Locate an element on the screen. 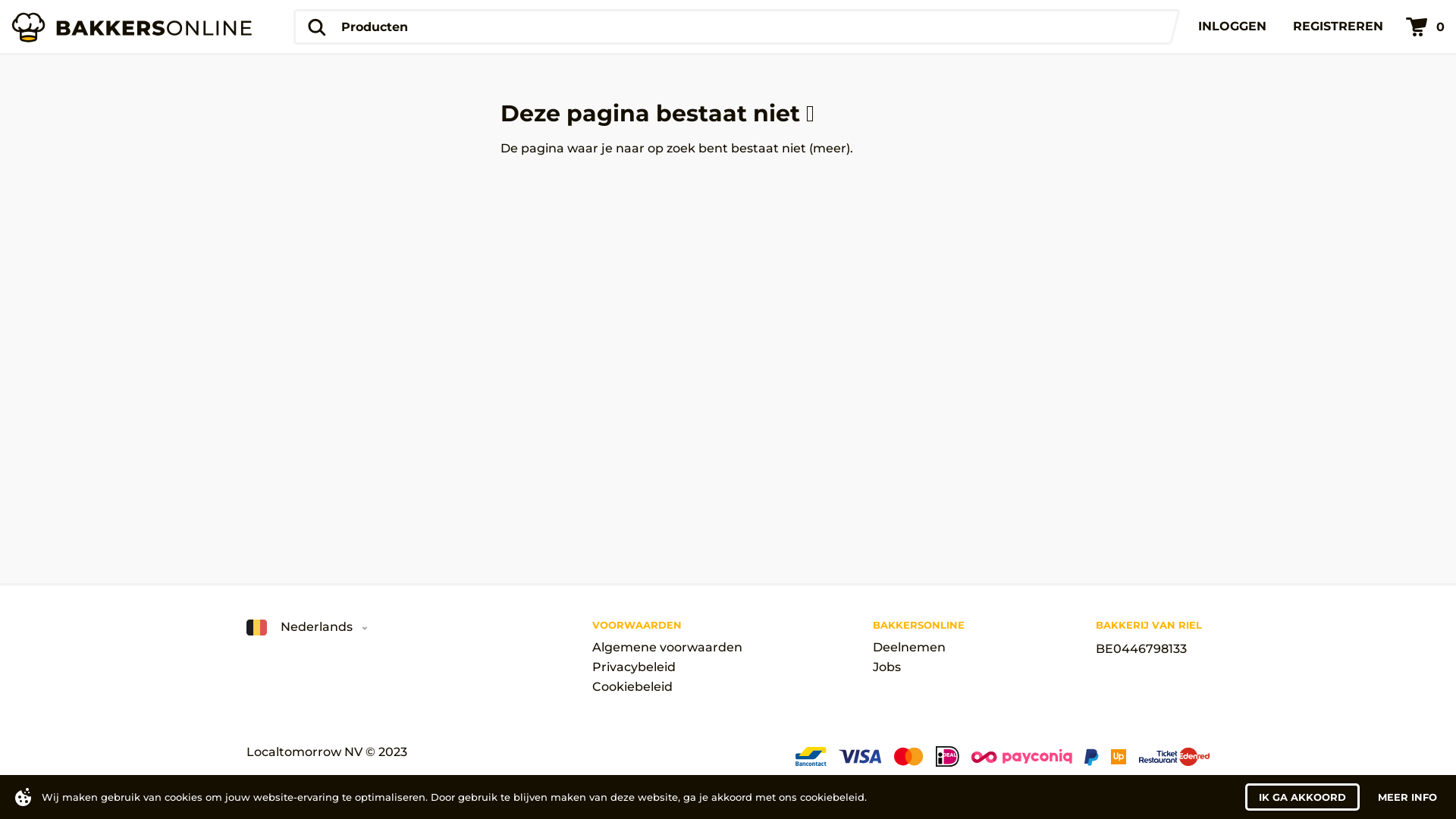 This screenshot has width=1456, height=819. 'REGISTREREN' is located at coordinates (1338, 26).